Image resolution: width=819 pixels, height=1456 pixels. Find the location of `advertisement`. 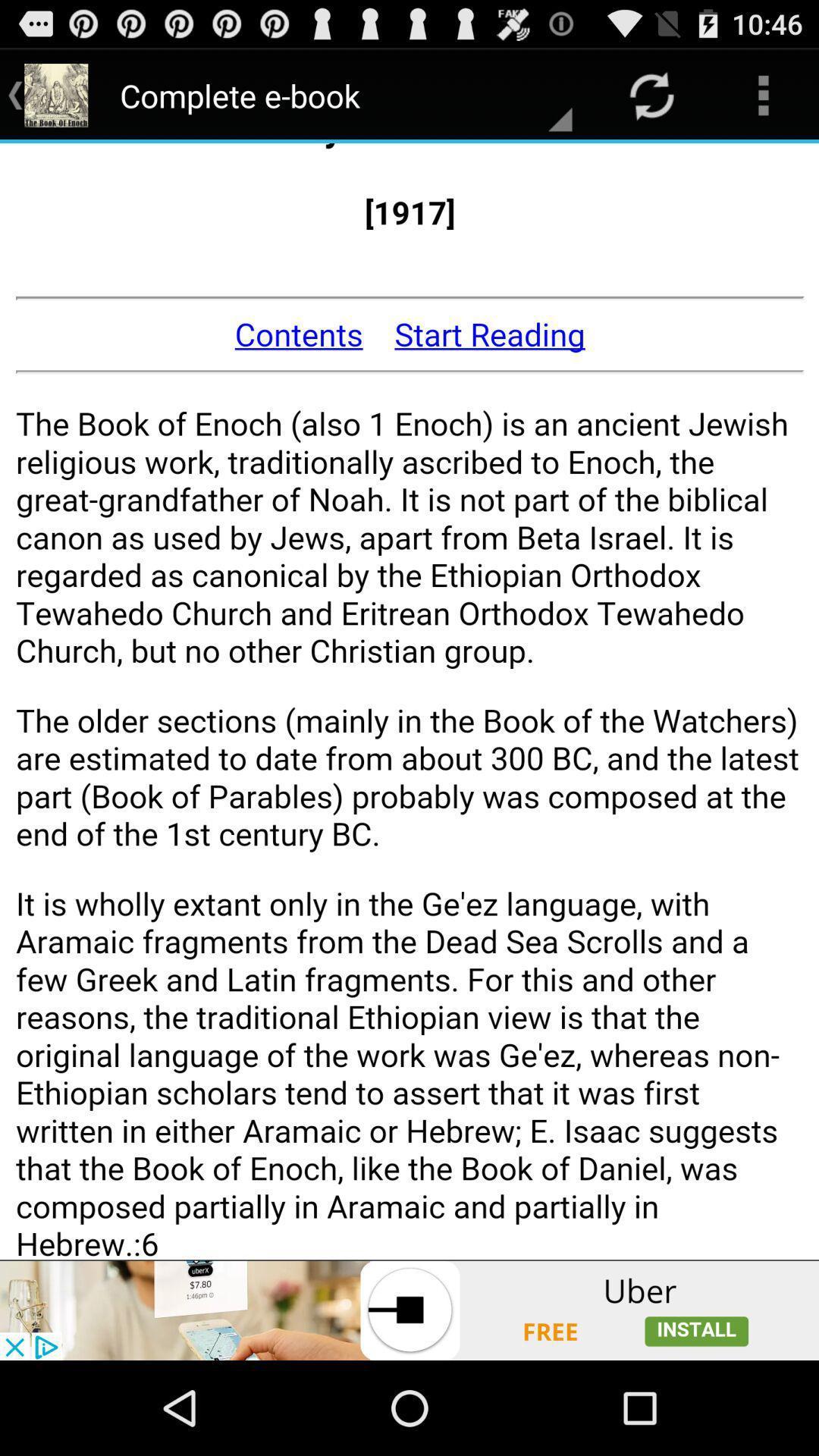

advertisement is located at coordinates (409, 1310).